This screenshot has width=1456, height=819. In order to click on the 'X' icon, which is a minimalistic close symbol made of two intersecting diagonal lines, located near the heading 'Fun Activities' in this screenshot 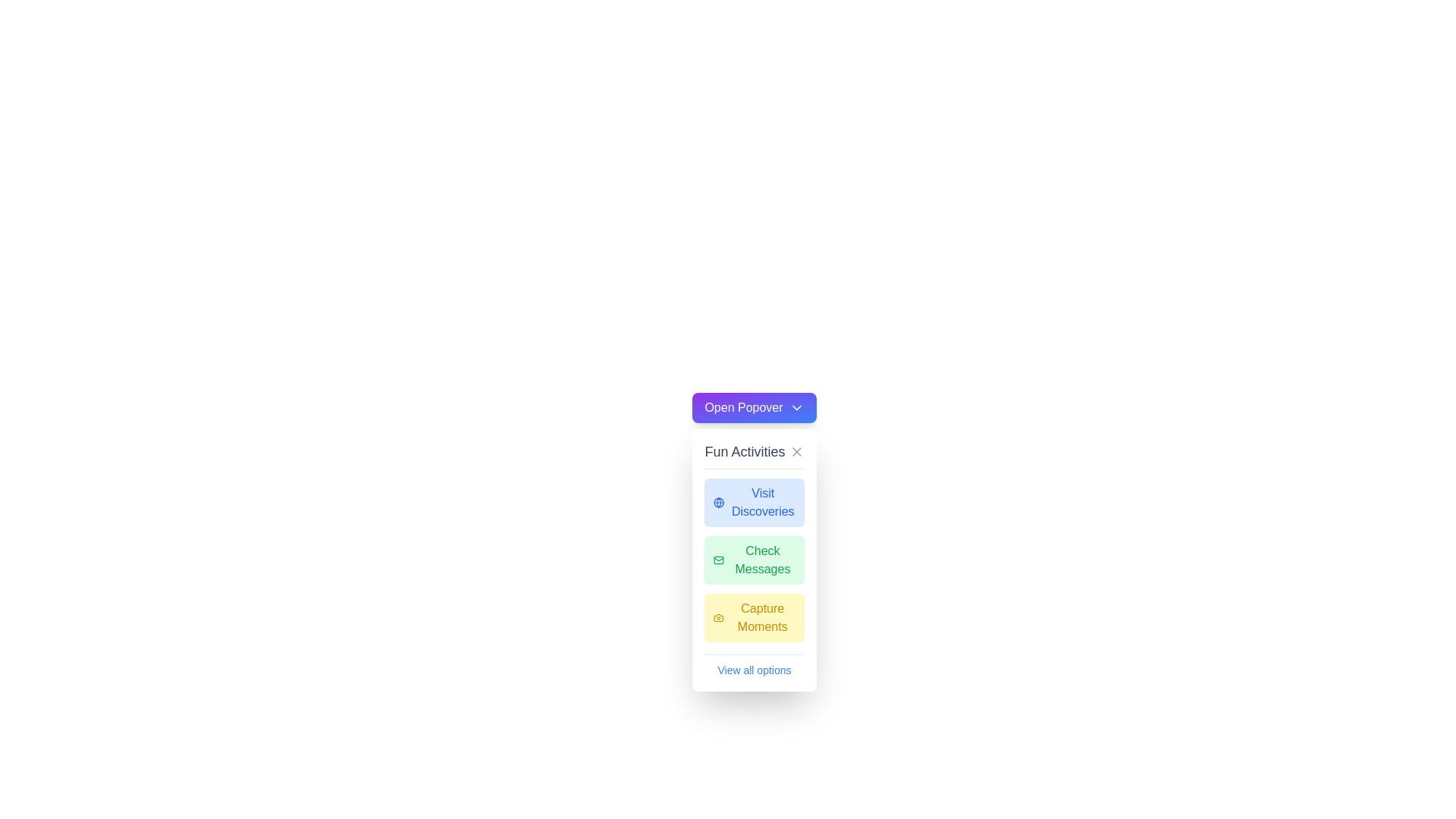, I will do `click(795, 451)`.